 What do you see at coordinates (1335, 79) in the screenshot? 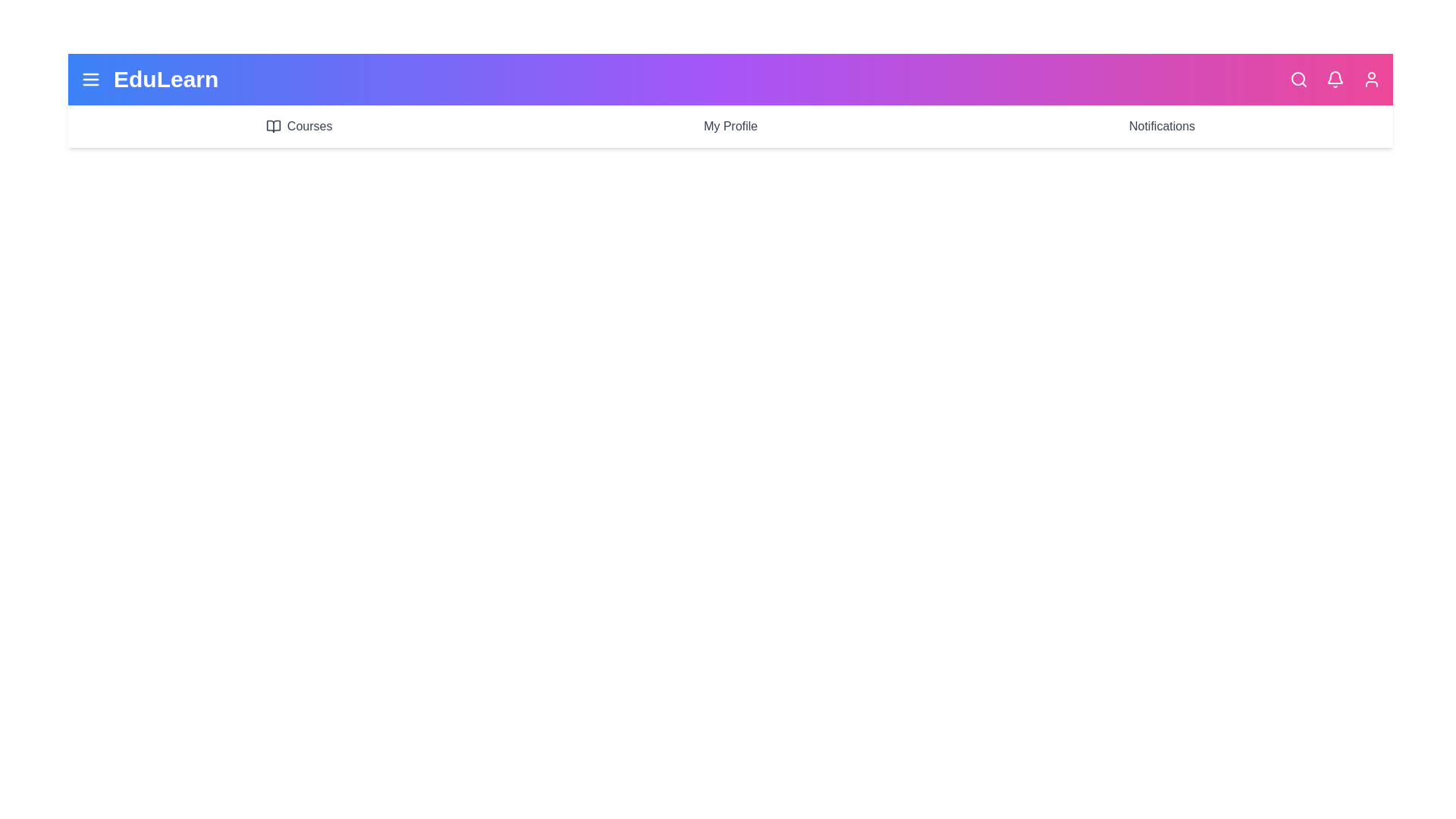
I see `the notification icon to view notifications` at bounding box center [1335, 79].